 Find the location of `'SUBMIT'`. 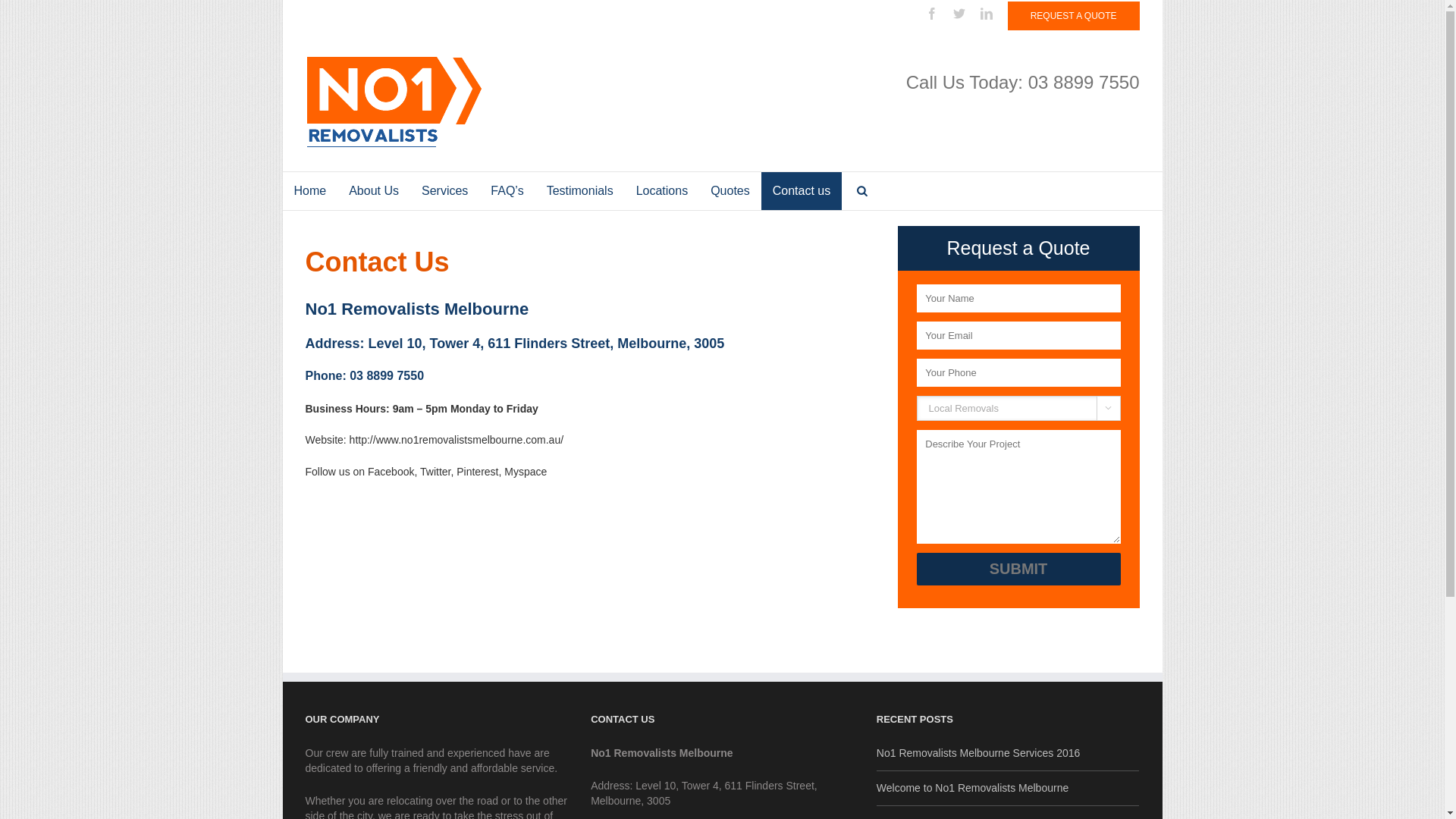

'SUBMIT' is located at coordinates (1018, 569).